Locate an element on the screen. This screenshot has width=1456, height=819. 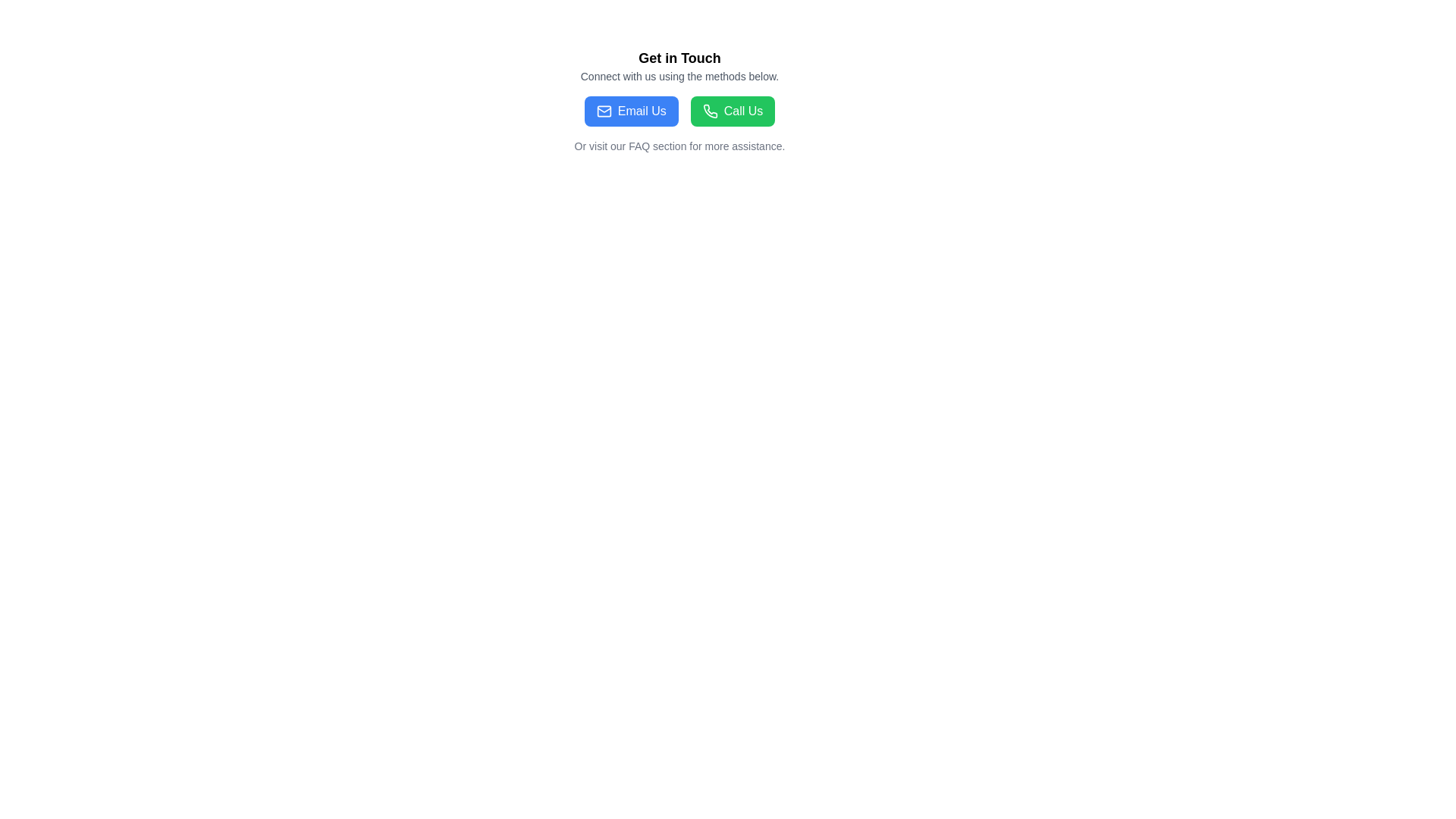
the 'Email Us' button that contains the Icon component indicating email functionality, positioned to the left of the button's text is located at coordinates (603, 110).